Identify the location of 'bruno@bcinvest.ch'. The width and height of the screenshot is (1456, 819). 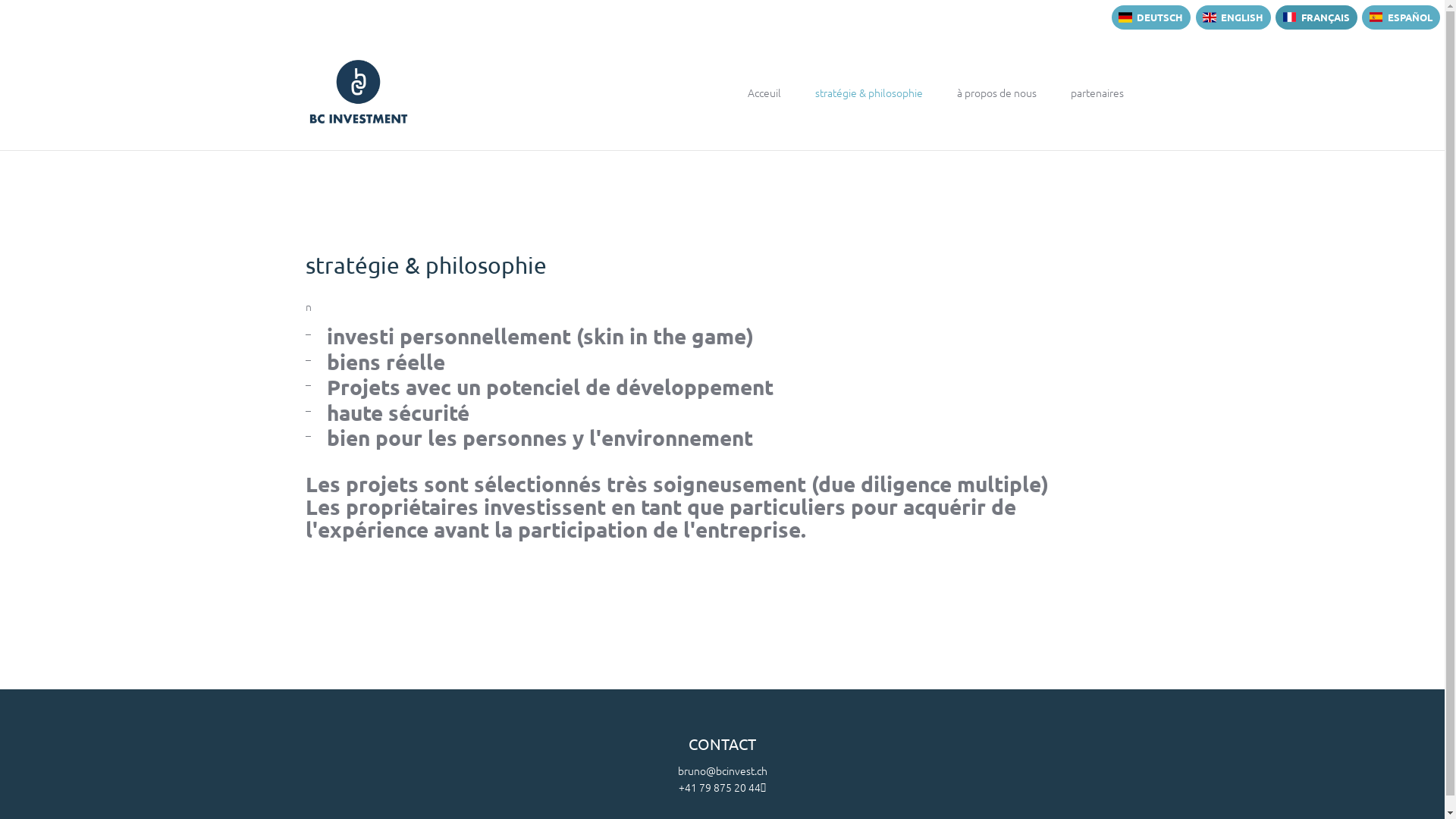
(722, 770).